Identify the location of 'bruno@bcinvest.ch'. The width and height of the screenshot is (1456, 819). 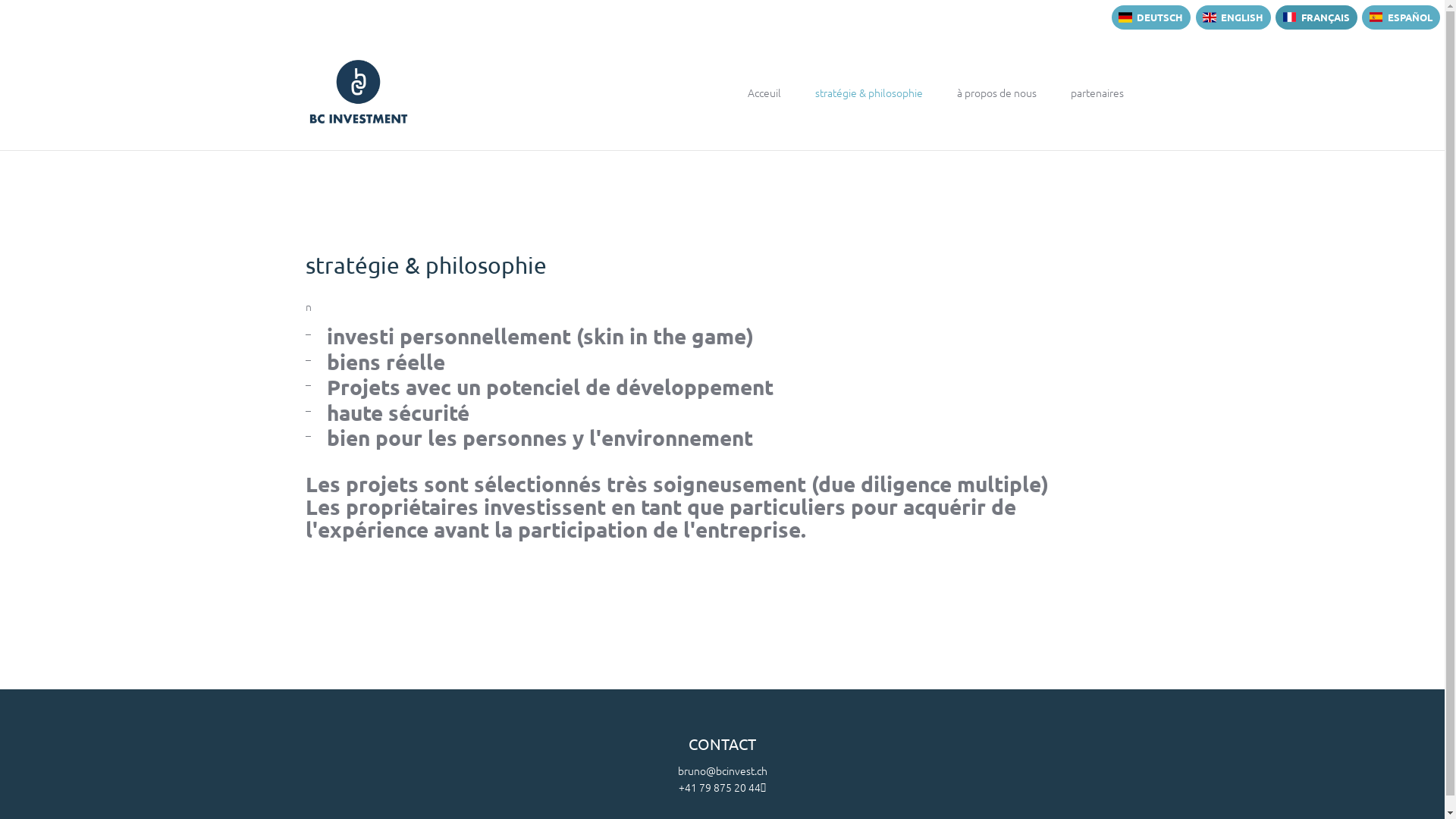
(722, 770).